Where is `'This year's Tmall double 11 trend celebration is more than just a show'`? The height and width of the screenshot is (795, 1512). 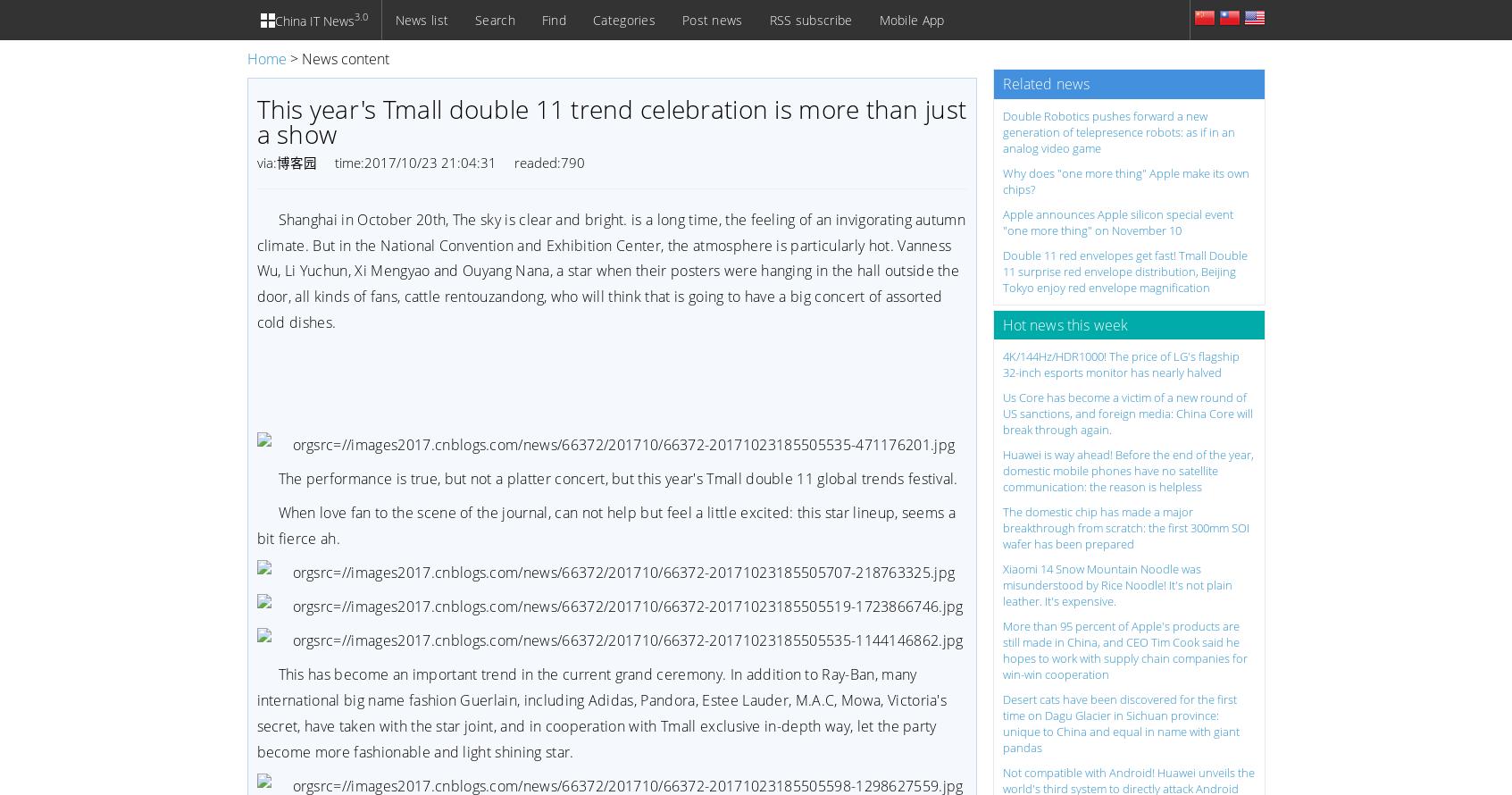 'This year's Tmall double 11 trend celebration is more than just a show' is located at coordinates (610, 120).